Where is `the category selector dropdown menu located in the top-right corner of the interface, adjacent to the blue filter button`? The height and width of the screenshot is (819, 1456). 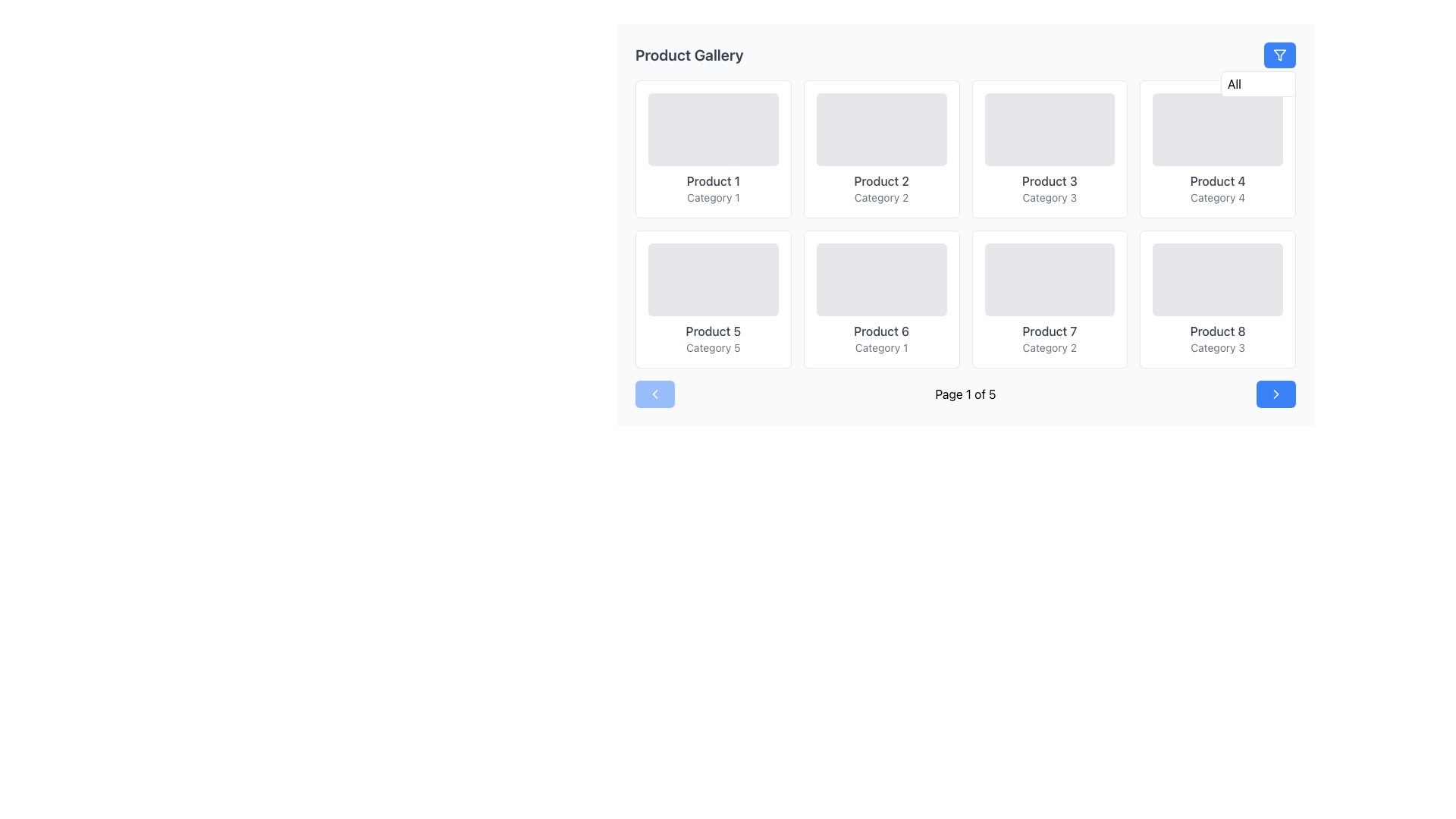 the category selector dropdown menu located in the top-right corner of the interface, adjacent to the blue filter button is located at coordinates (1258, 84).